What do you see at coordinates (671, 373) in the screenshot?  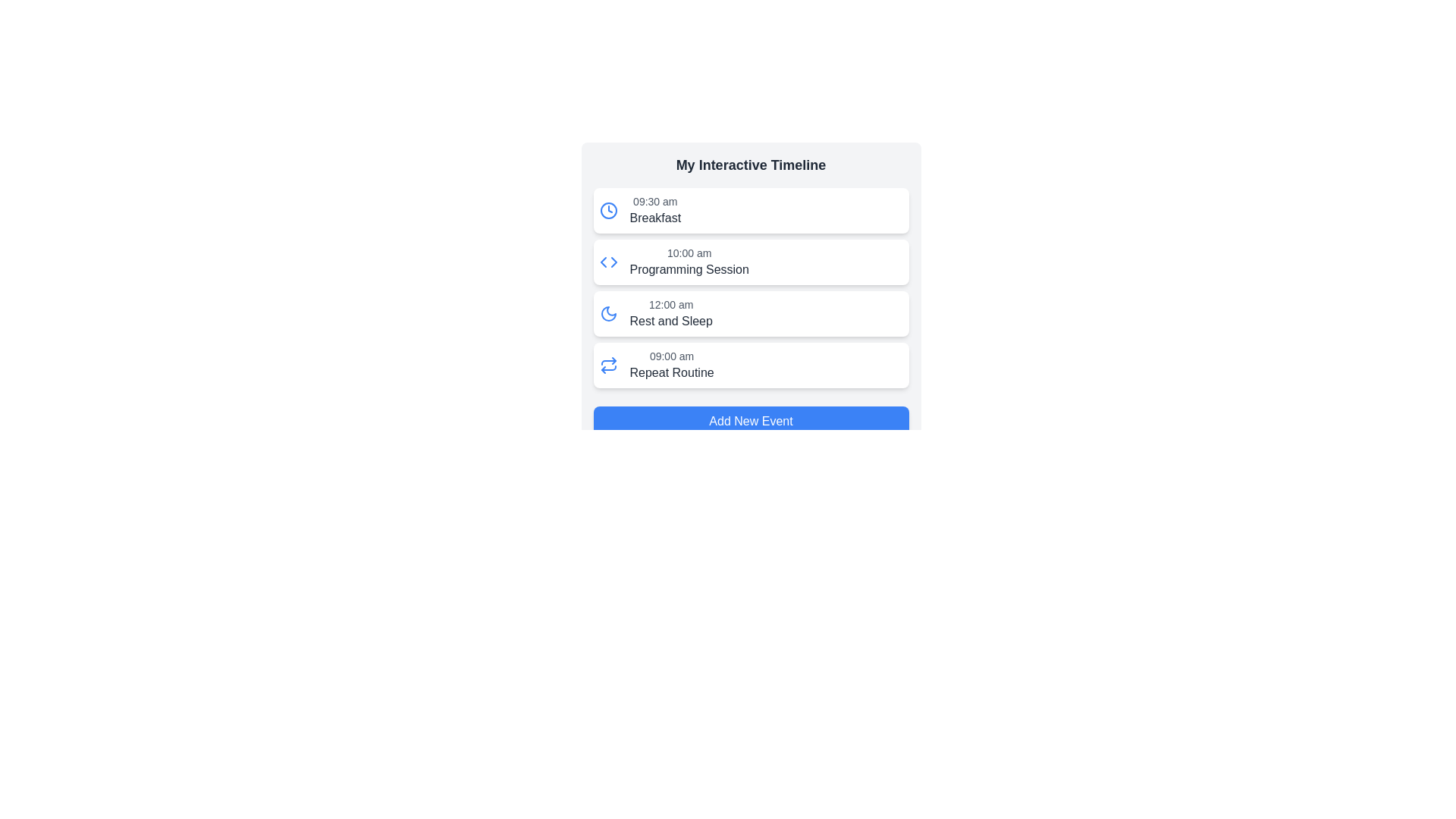 I see `text label describing the activity scheduled at '09:00 am' in the timeline entry, located just above the 'Add New Event' button` at bounding box center [671, 373].